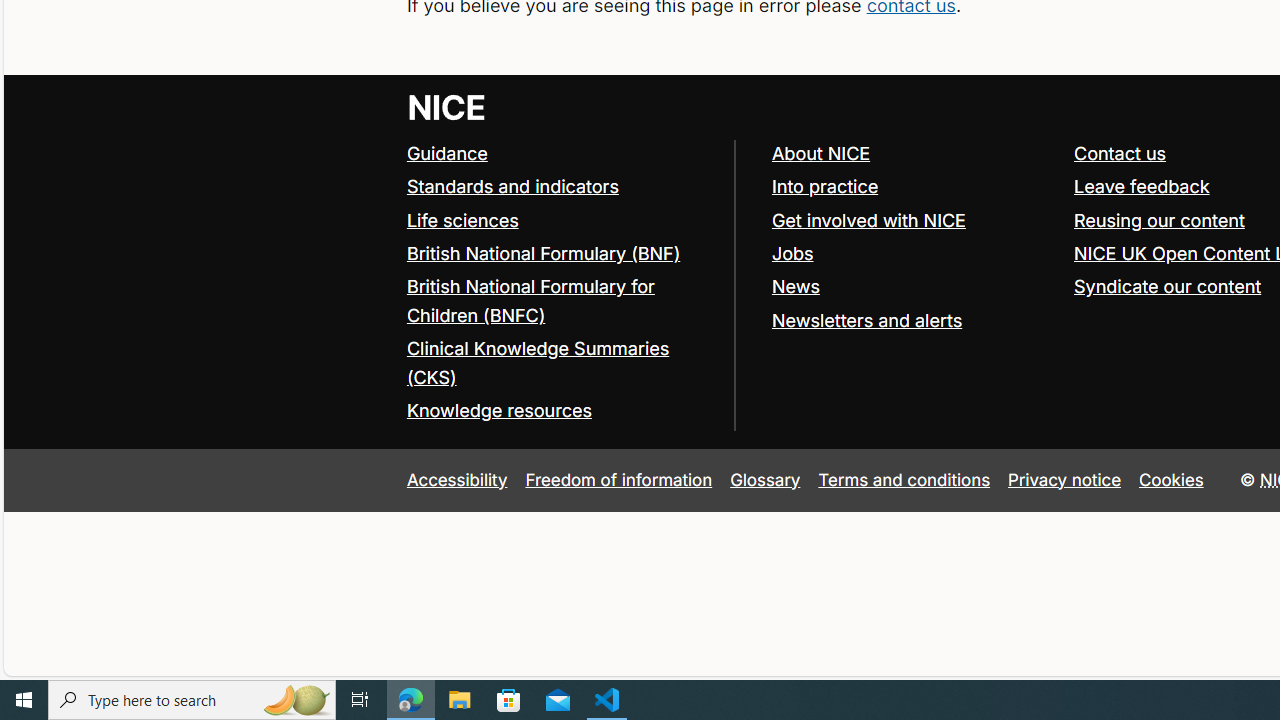 The height and width of the screenshot is (720, 1280). Describe the element at coordinates (617, 479) in the screenshot. I see `'Freedom of information'` at that location.